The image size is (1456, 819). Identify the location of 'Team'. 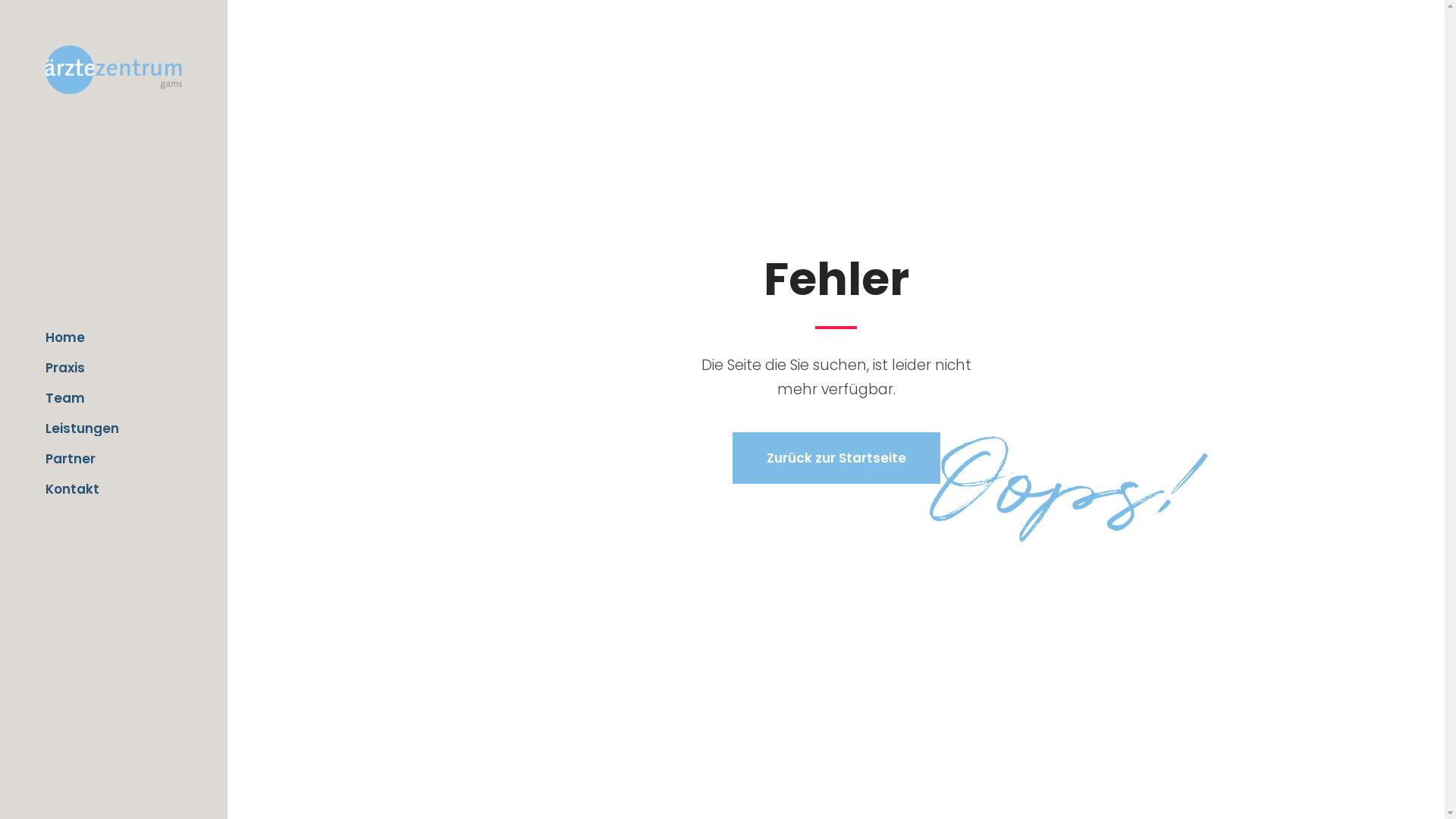
(45, 397).